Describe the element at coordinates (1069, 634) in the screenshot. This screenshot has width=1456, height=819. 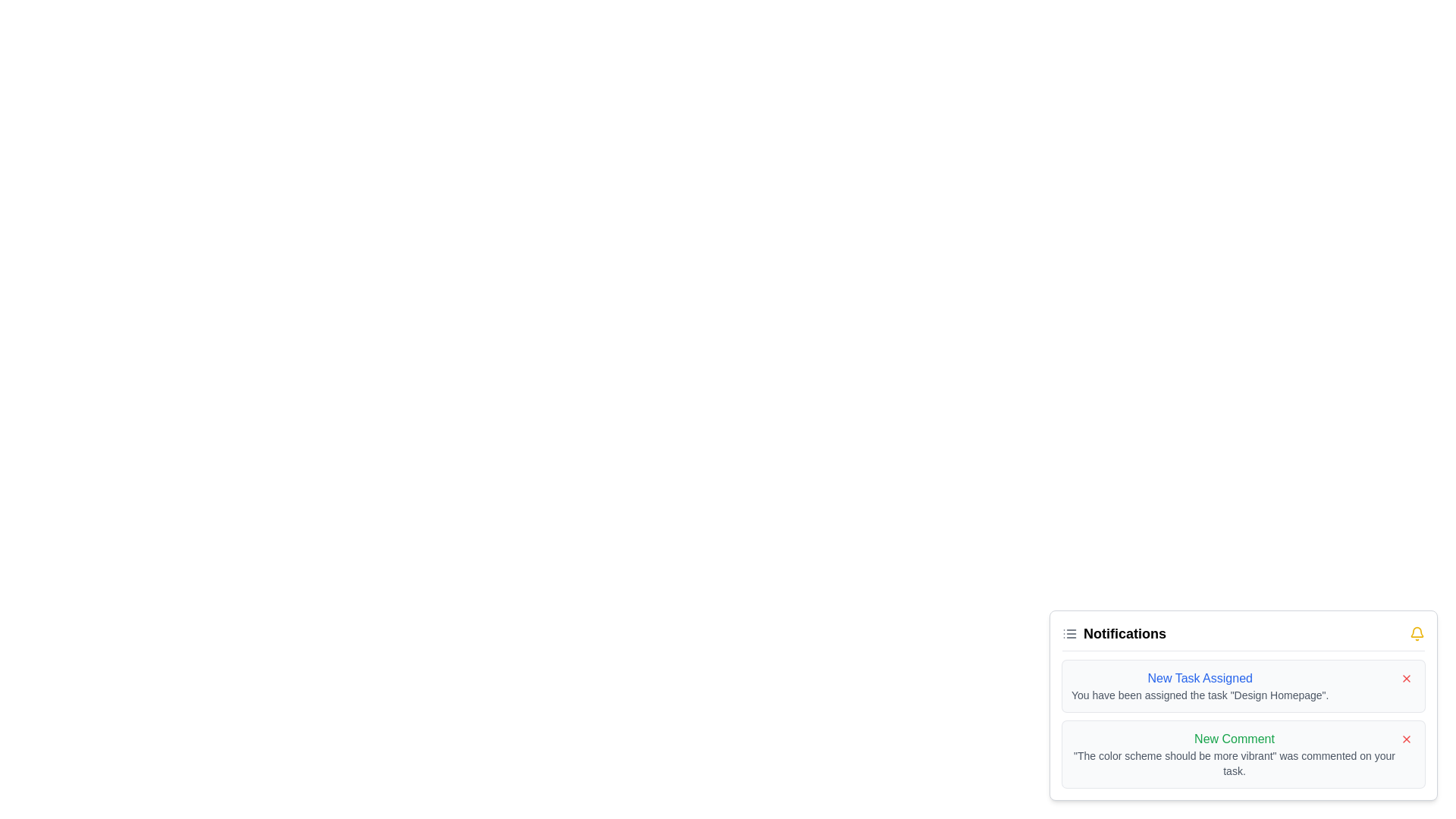
I see `the small gray list icon located to the left of the 'Notifications' text in the Notifications panel` at that location.